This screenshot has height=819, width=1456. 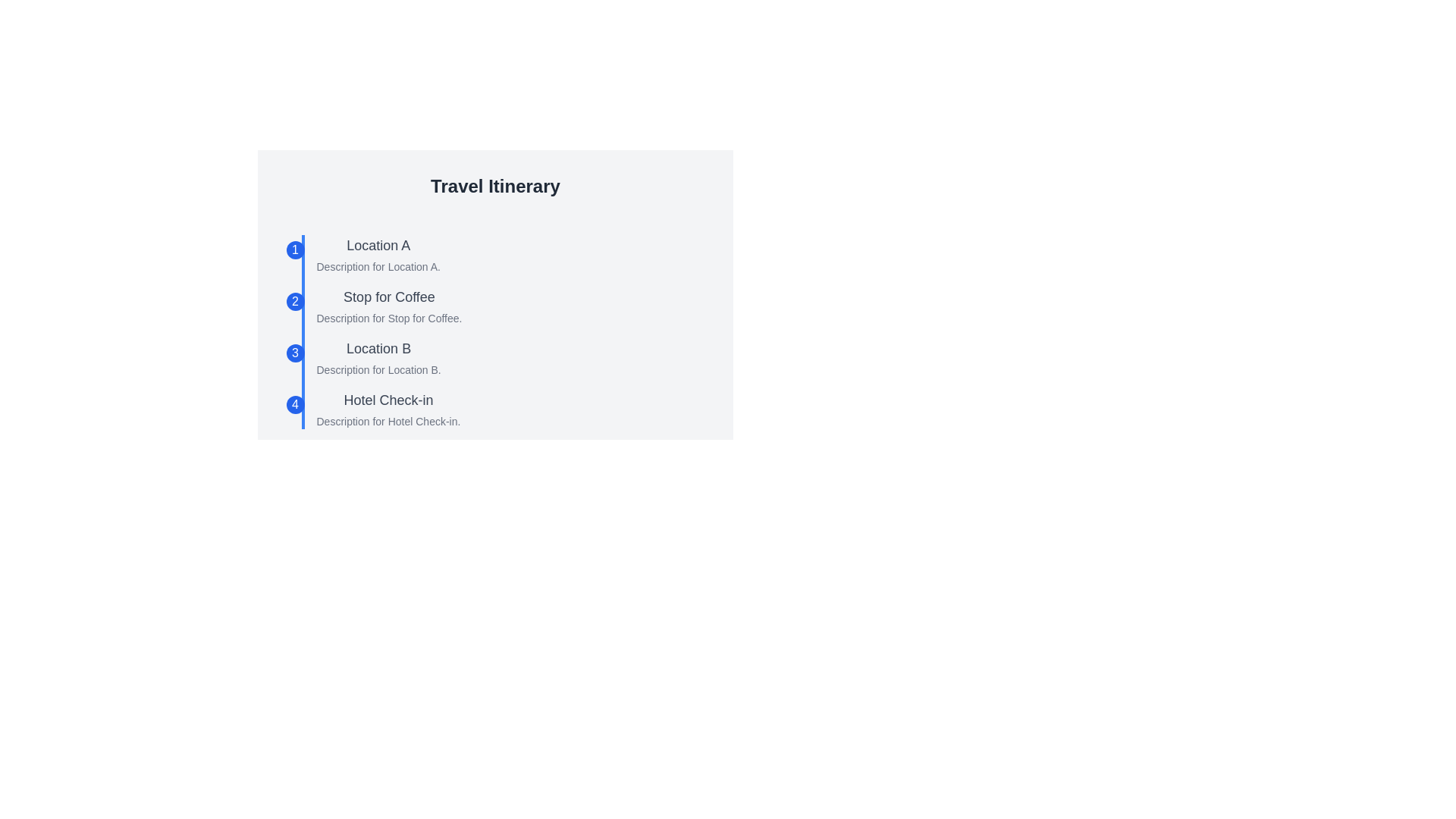 I want to click on the List Item that represents 'Hotel Check-in' with a blue circular badge showing the number '4', located as the fourth item in the itinerary list, so click(x=497, y=409).